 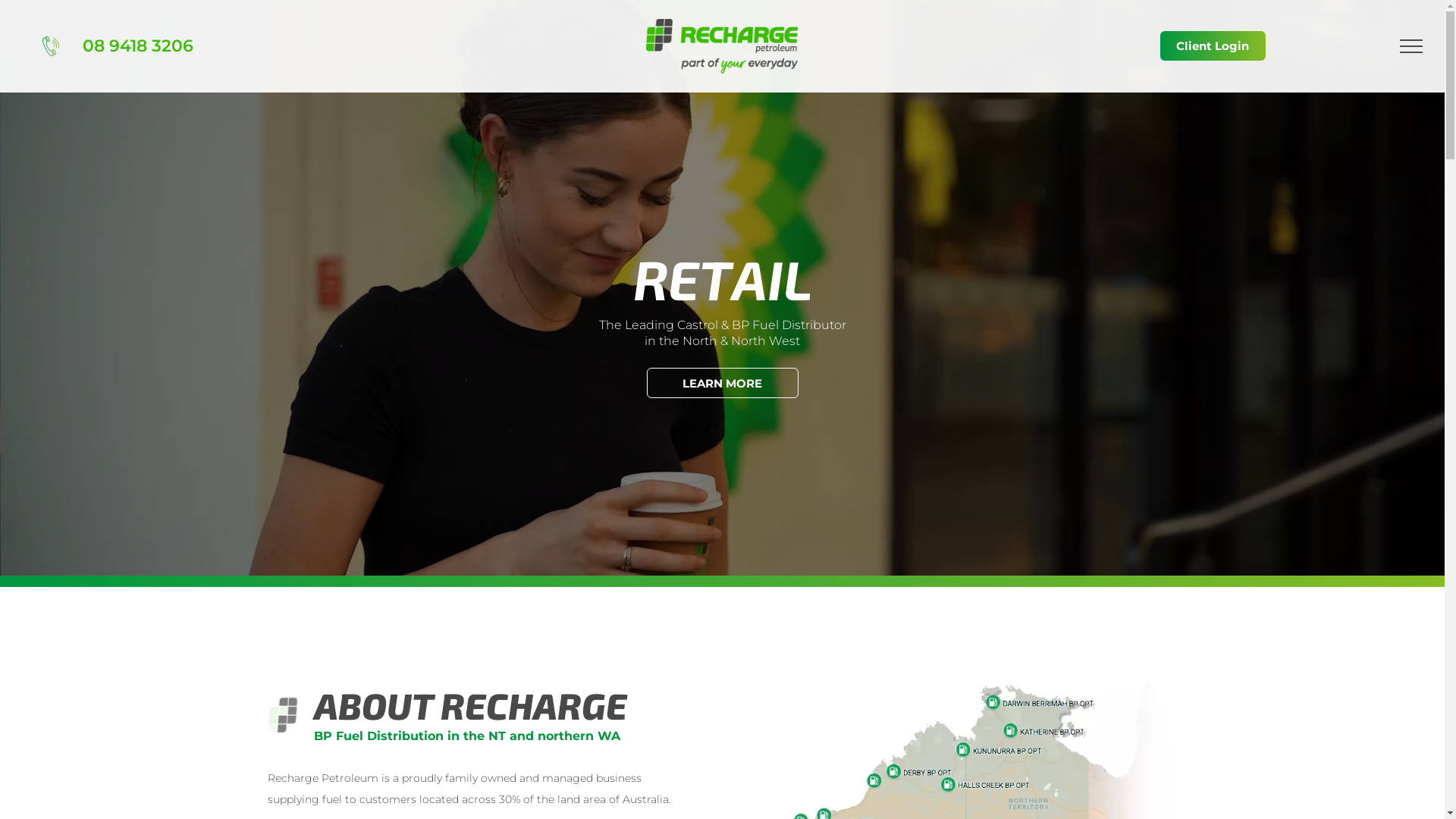 What do you see at coordinates (1212, 45) in the screenshot?
I see `'Client Login'` at bounding box center [1212, 45].